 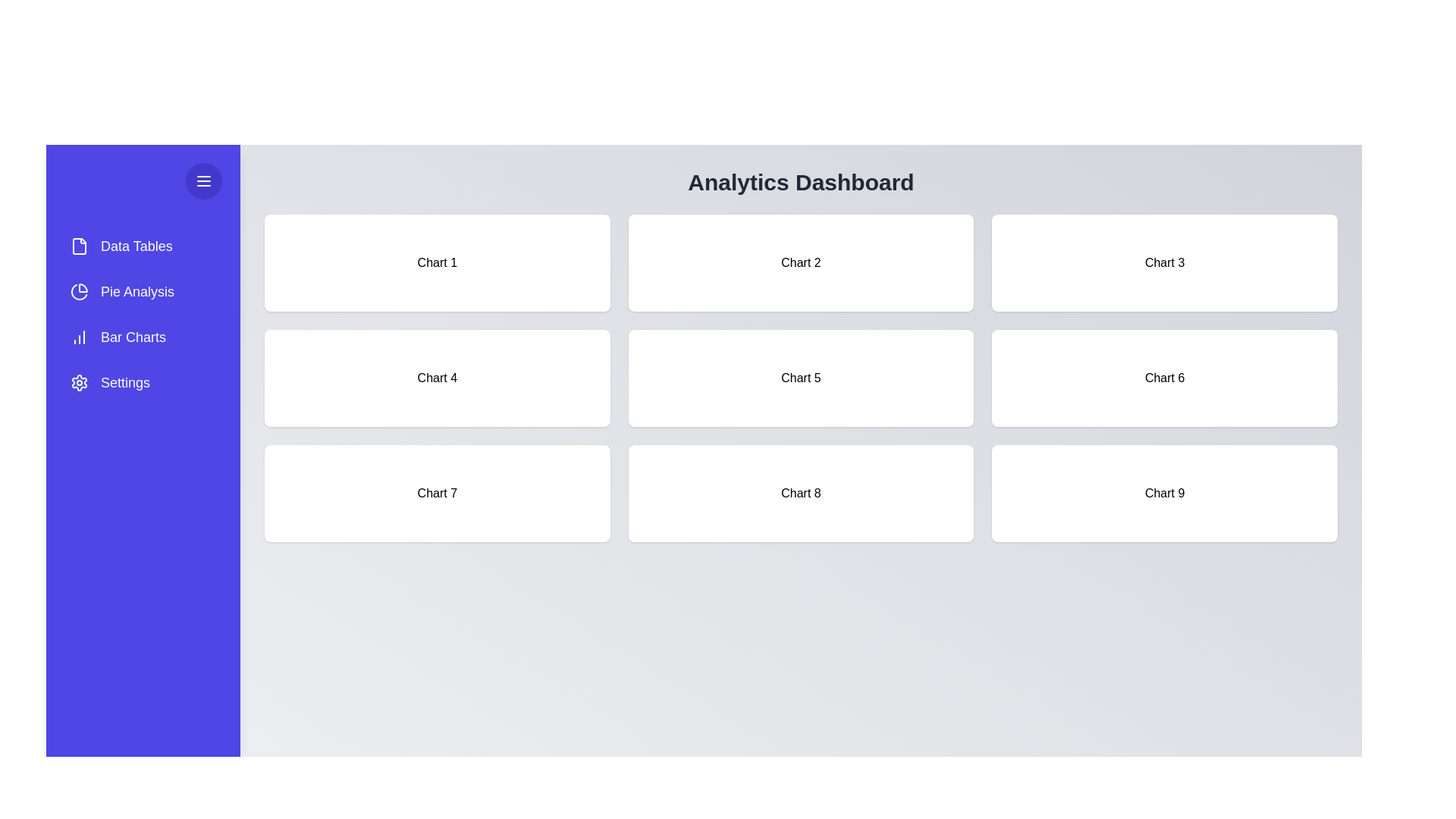 What do you see at coordinates (143, 382) in the screenshot?
I see `the menu item Settings from the drawer` at bounding box center [143, 382].